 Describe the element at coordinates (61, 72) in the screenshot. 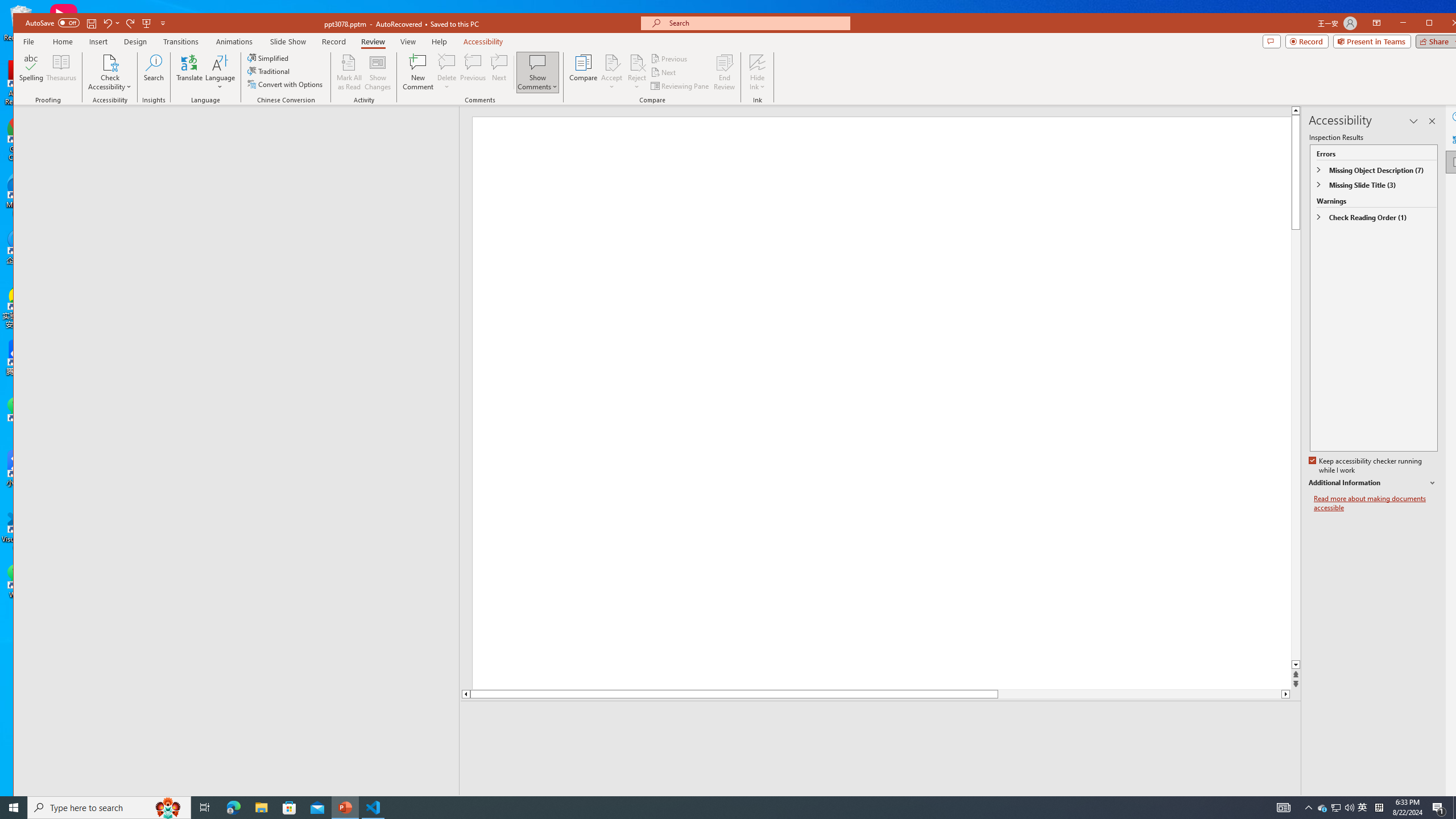

I see `'Thesaurus...'` at that location.